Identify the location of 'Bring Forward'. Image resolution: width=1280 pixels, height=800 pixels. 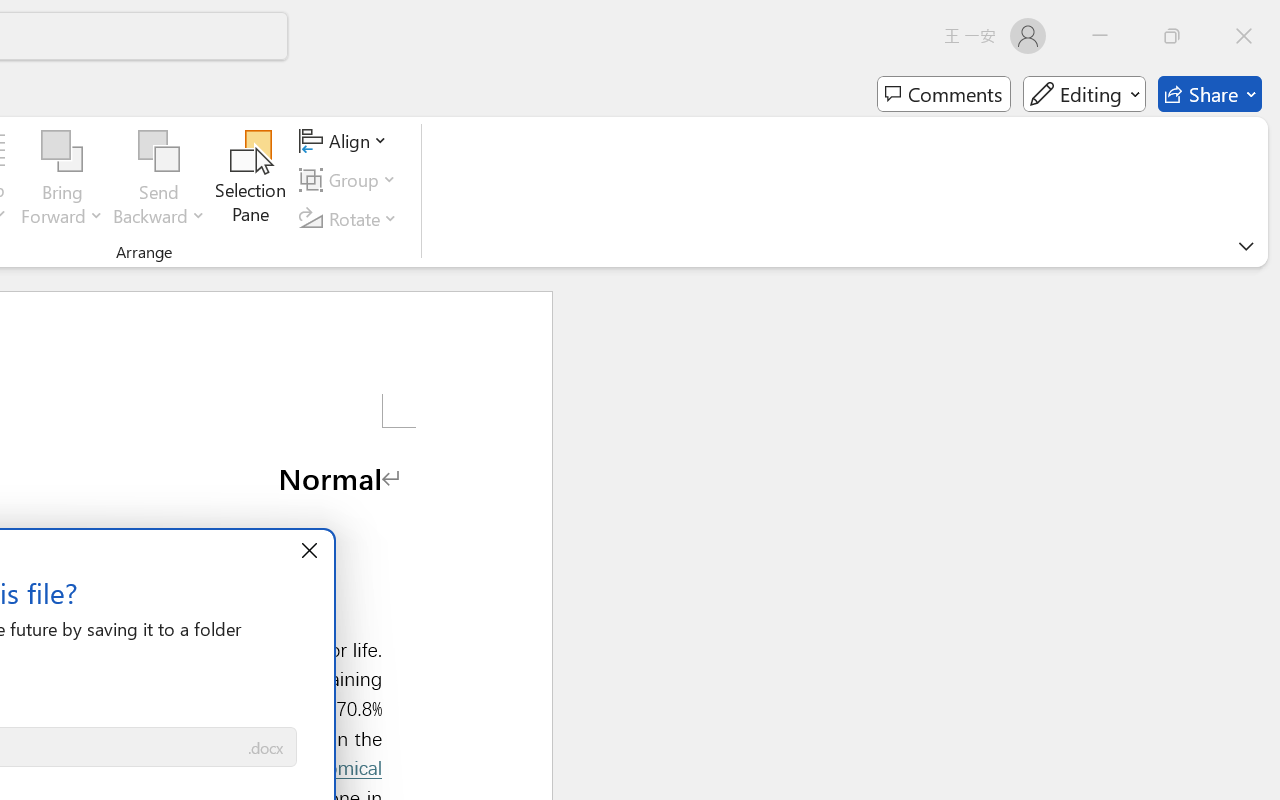
(62, 151).